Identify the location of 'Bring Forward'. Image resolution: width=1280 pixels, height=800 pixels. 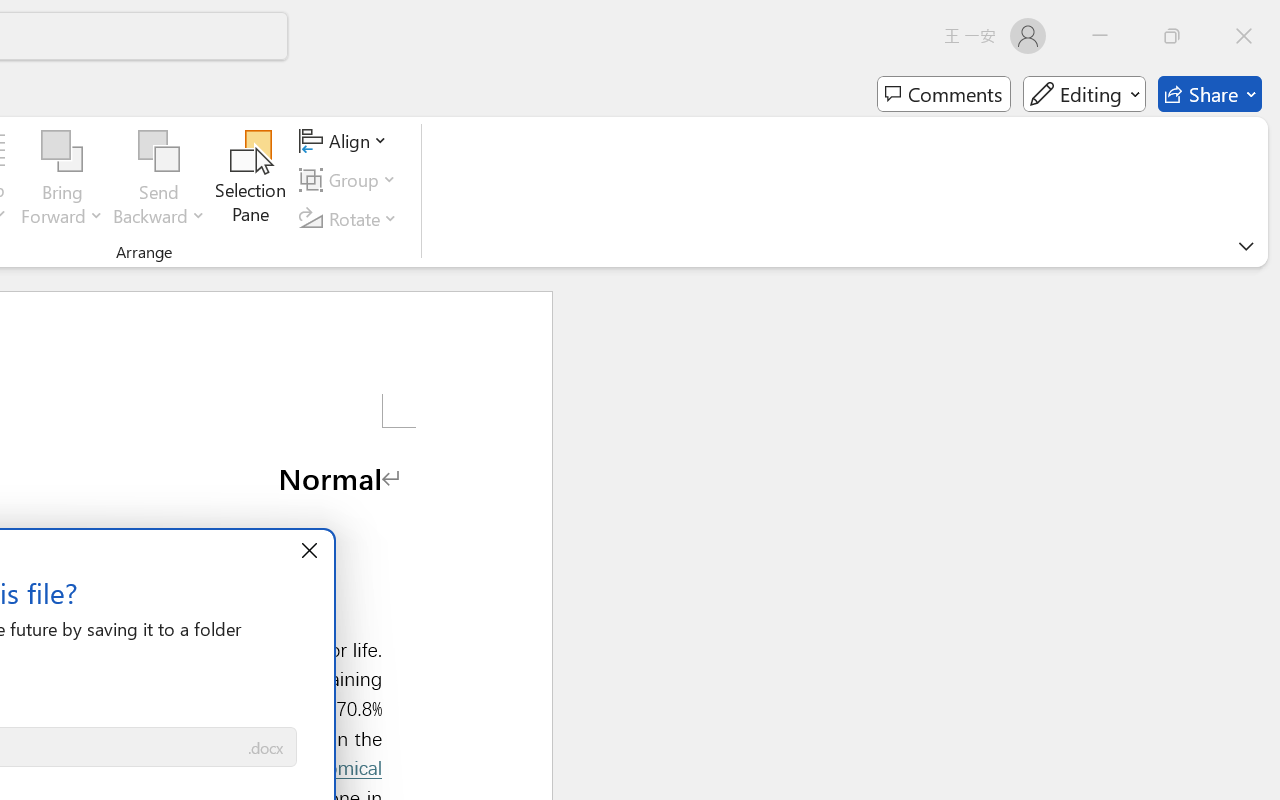
(62, 151).